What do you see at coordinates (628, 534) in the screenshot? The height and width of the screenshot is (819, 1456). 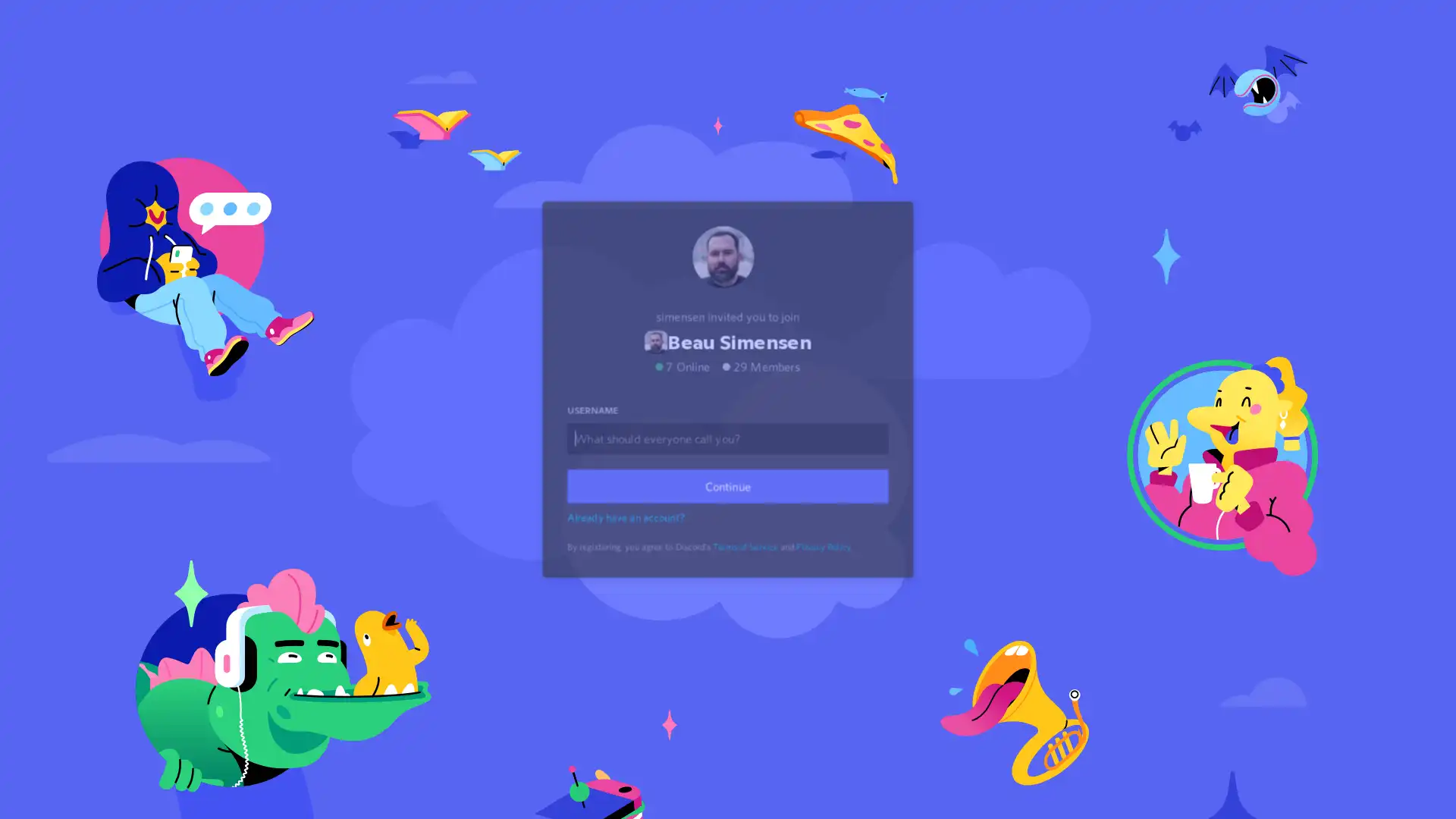 I see `Already have an account?` at bounding box center [628, 534].